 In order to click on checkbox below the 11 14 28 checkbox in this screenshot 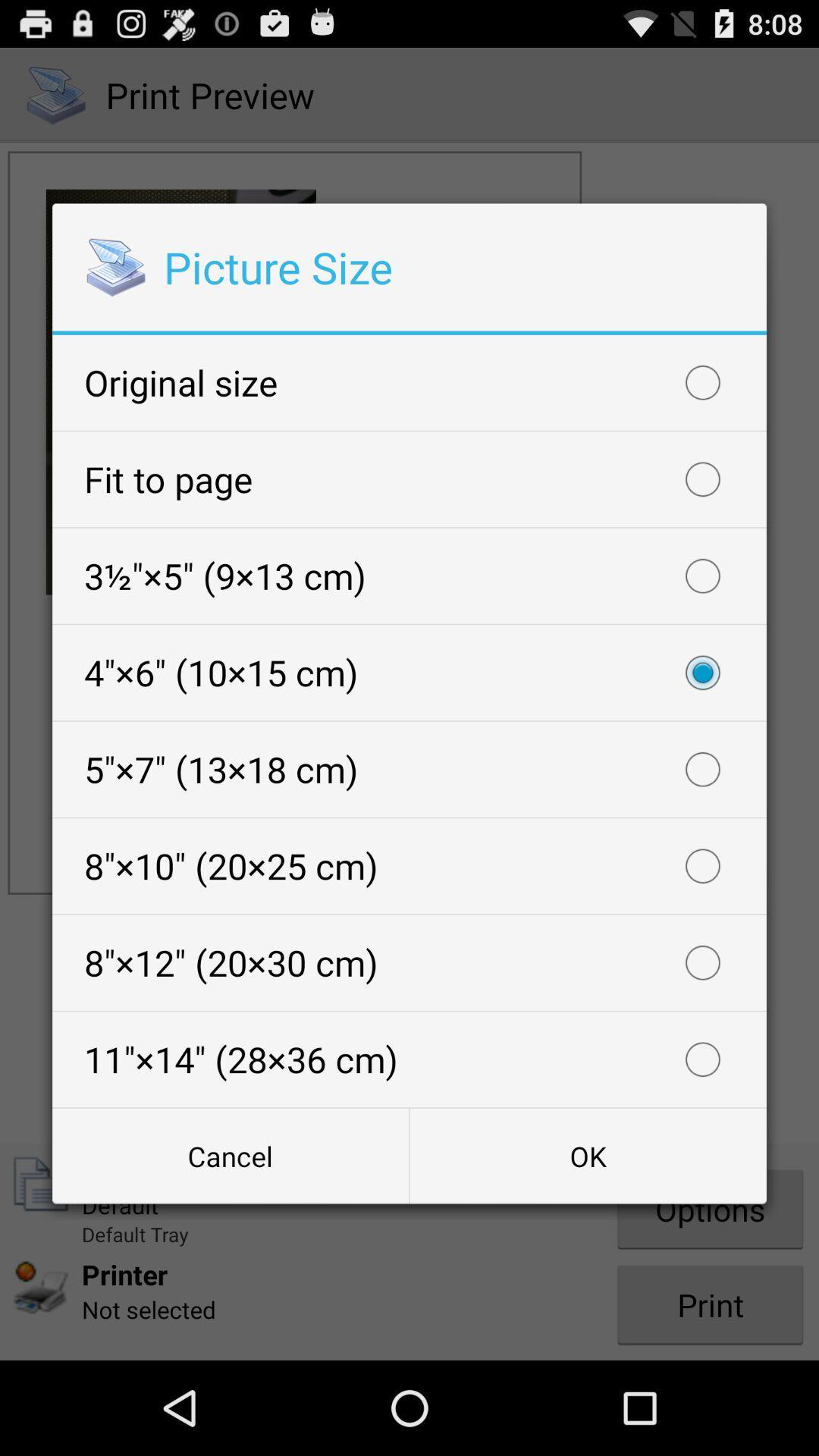, I will do `click(587, 1155)`.